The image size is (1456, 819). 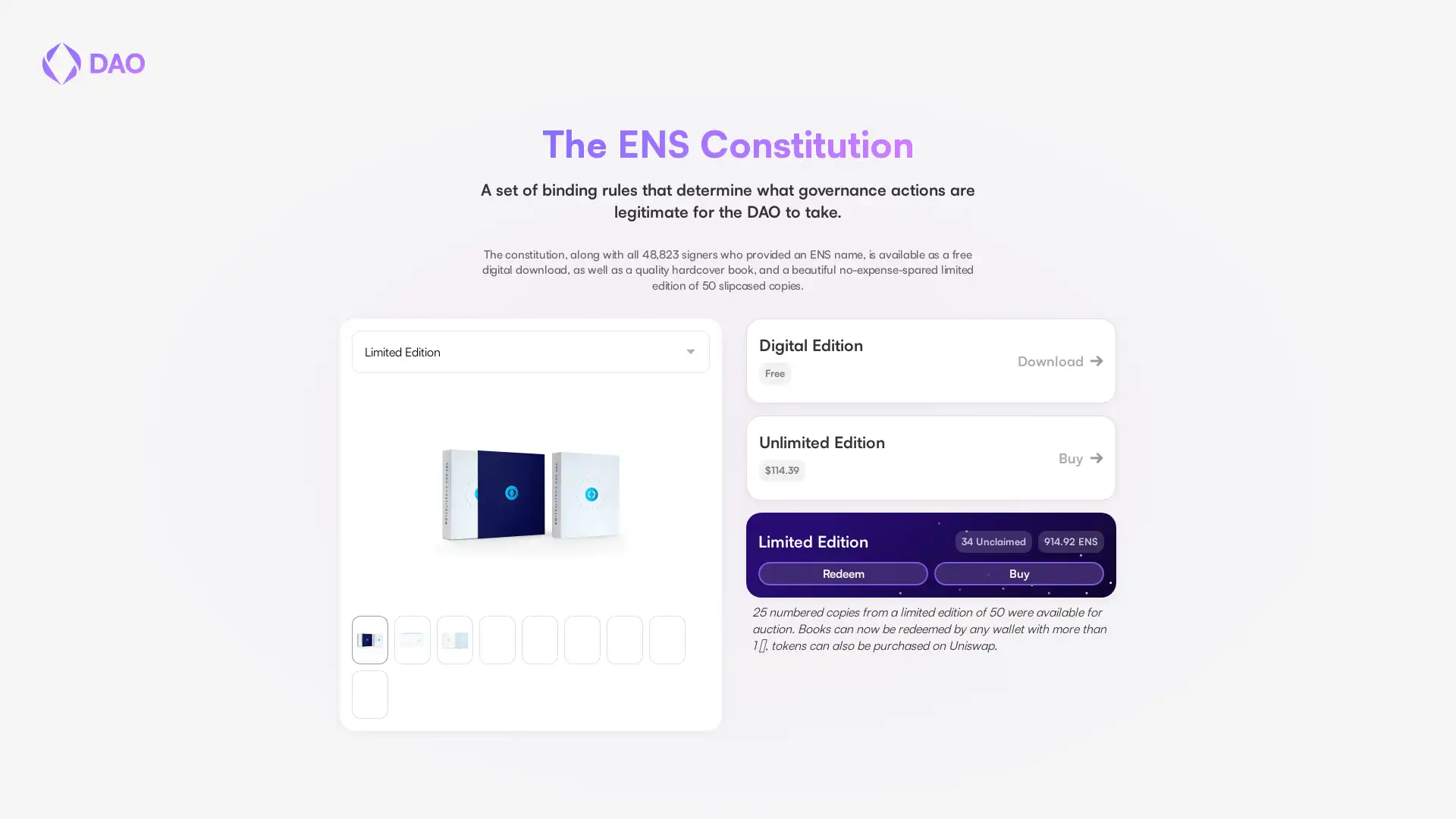 What do you see at coordinates (370, 639) in the screenshot?
I see `Limited edition book and case` at bounding box center [370, 639].